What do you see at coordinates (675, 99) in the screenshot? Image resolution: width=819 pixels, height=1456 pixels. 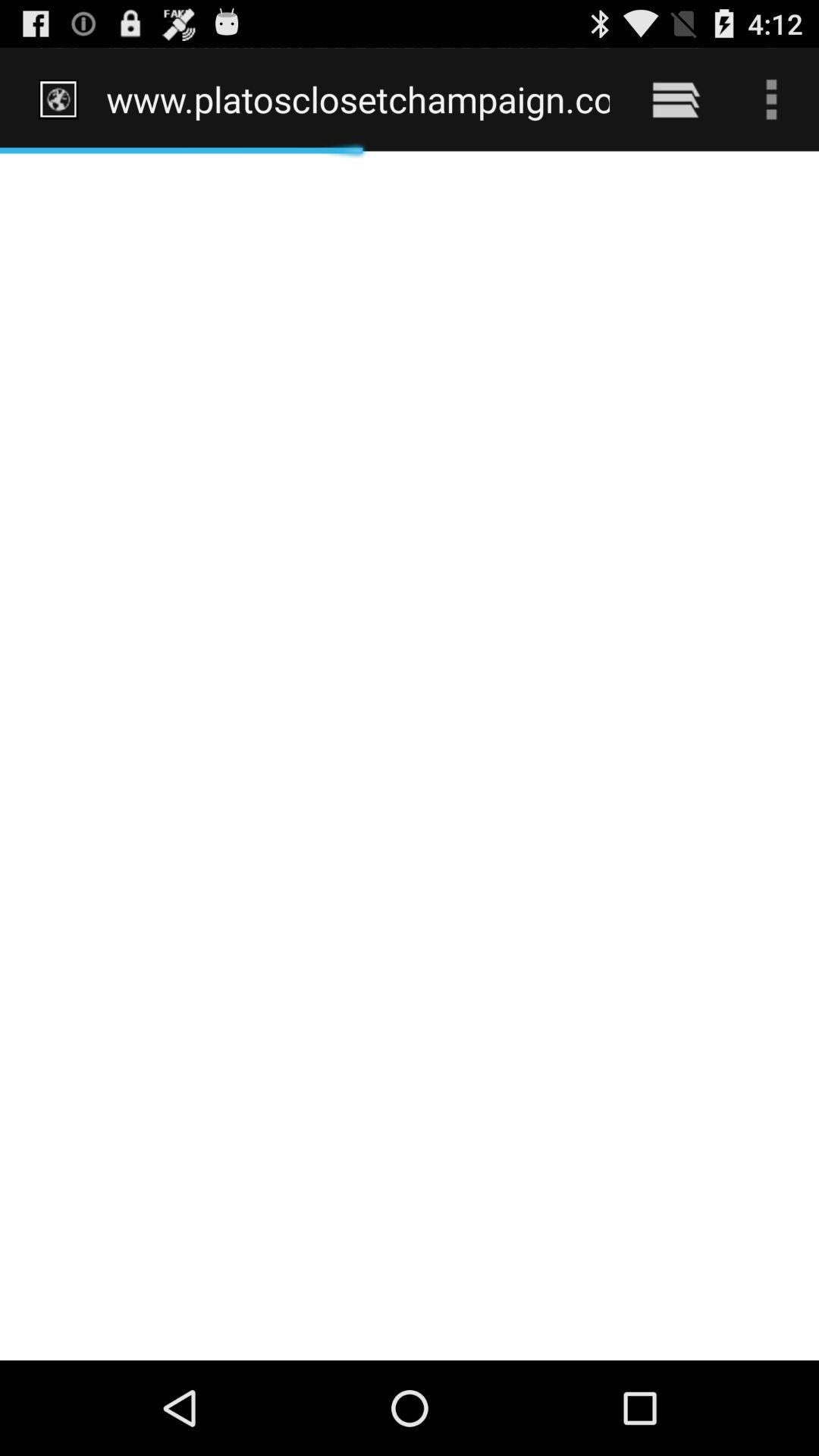 I see `the icon to the right of the www.platosclosetchampaign.com item` at bounding box center [675, 99].